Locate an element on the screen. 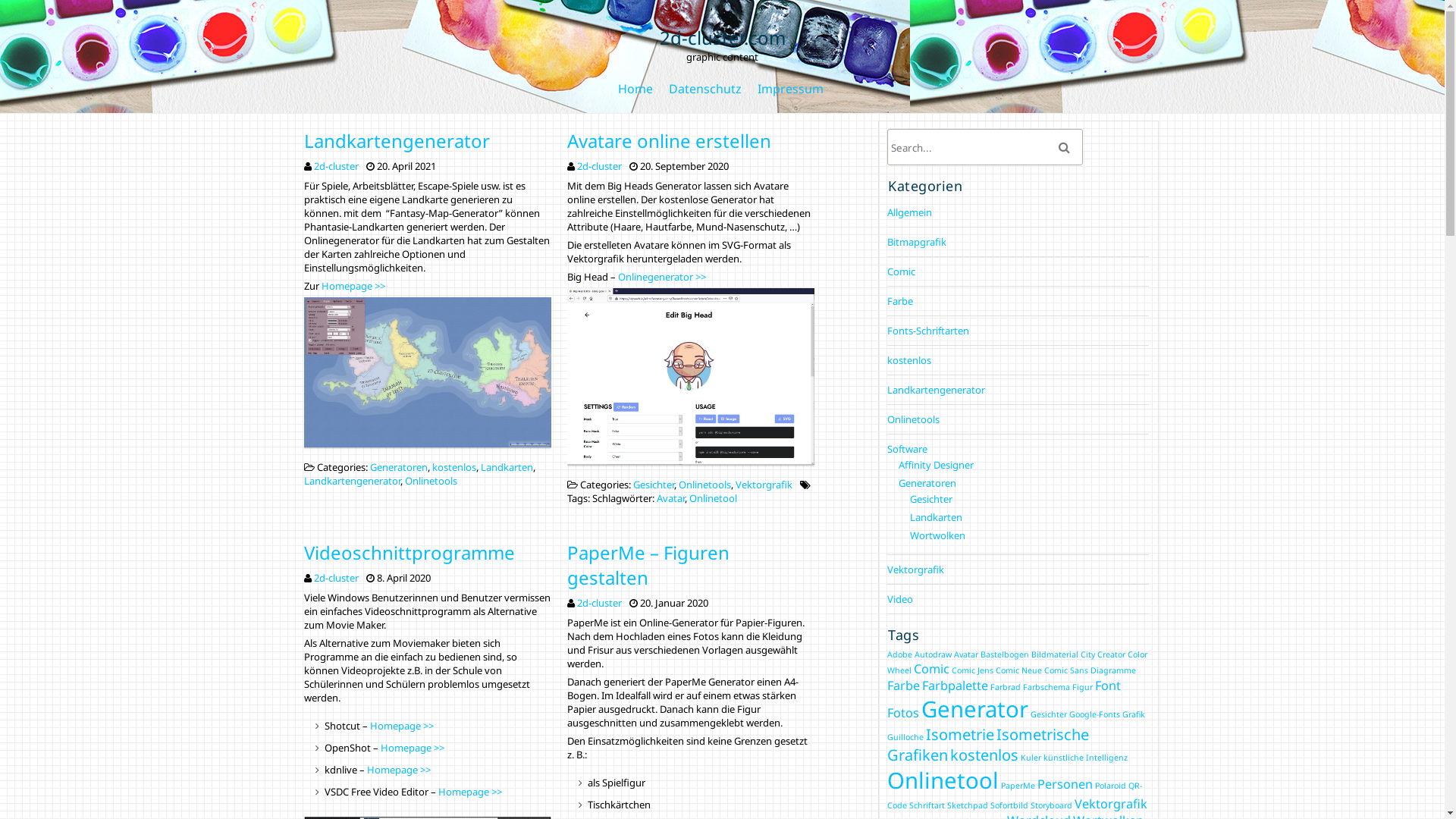 This screenshot has width=1456, height=819. 'Home' is located at coordinates (634, 88).